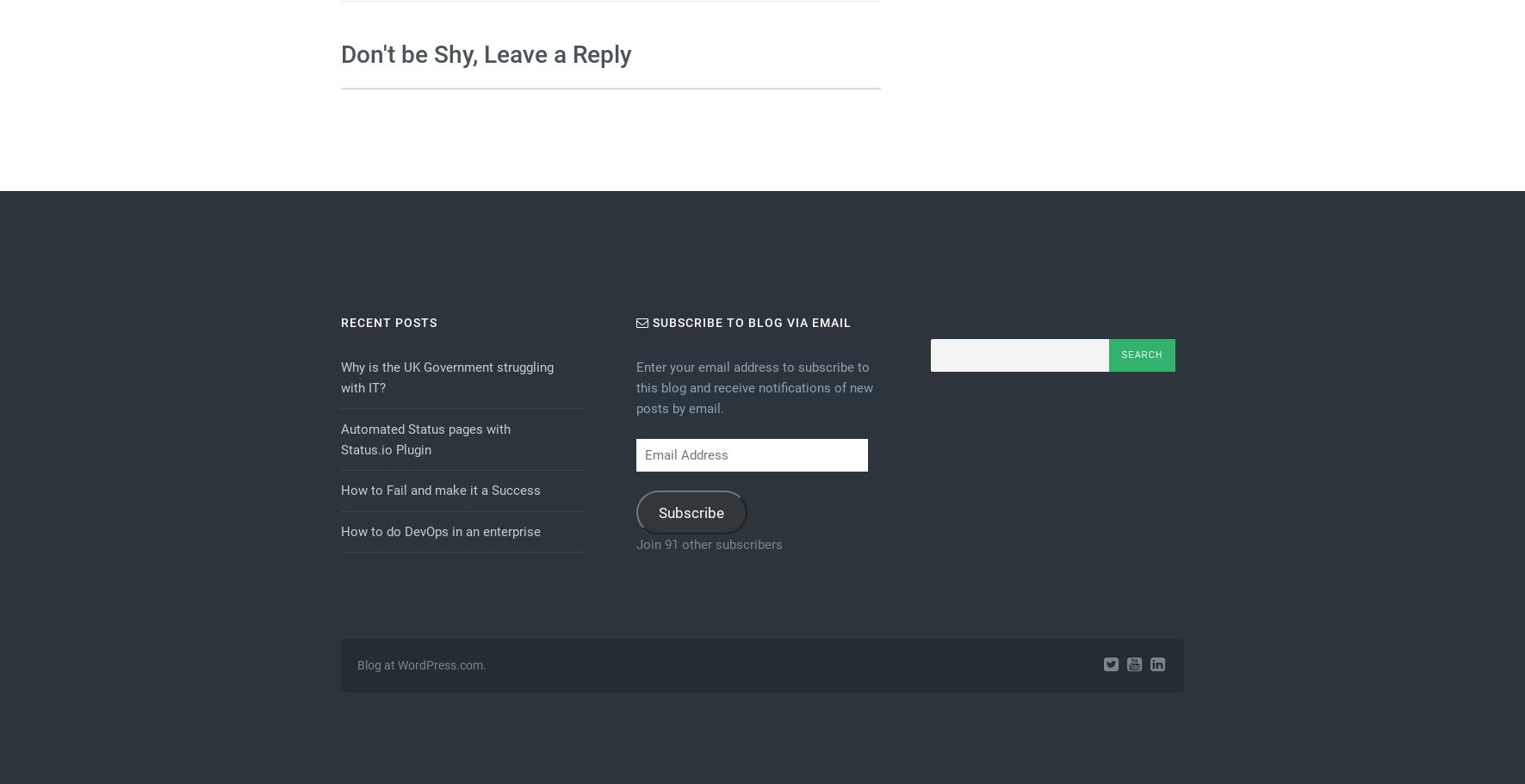 This screenshot has height=784, width=1525. I want to click on 'Subscribe to Blog via Email', so click(651, 322).